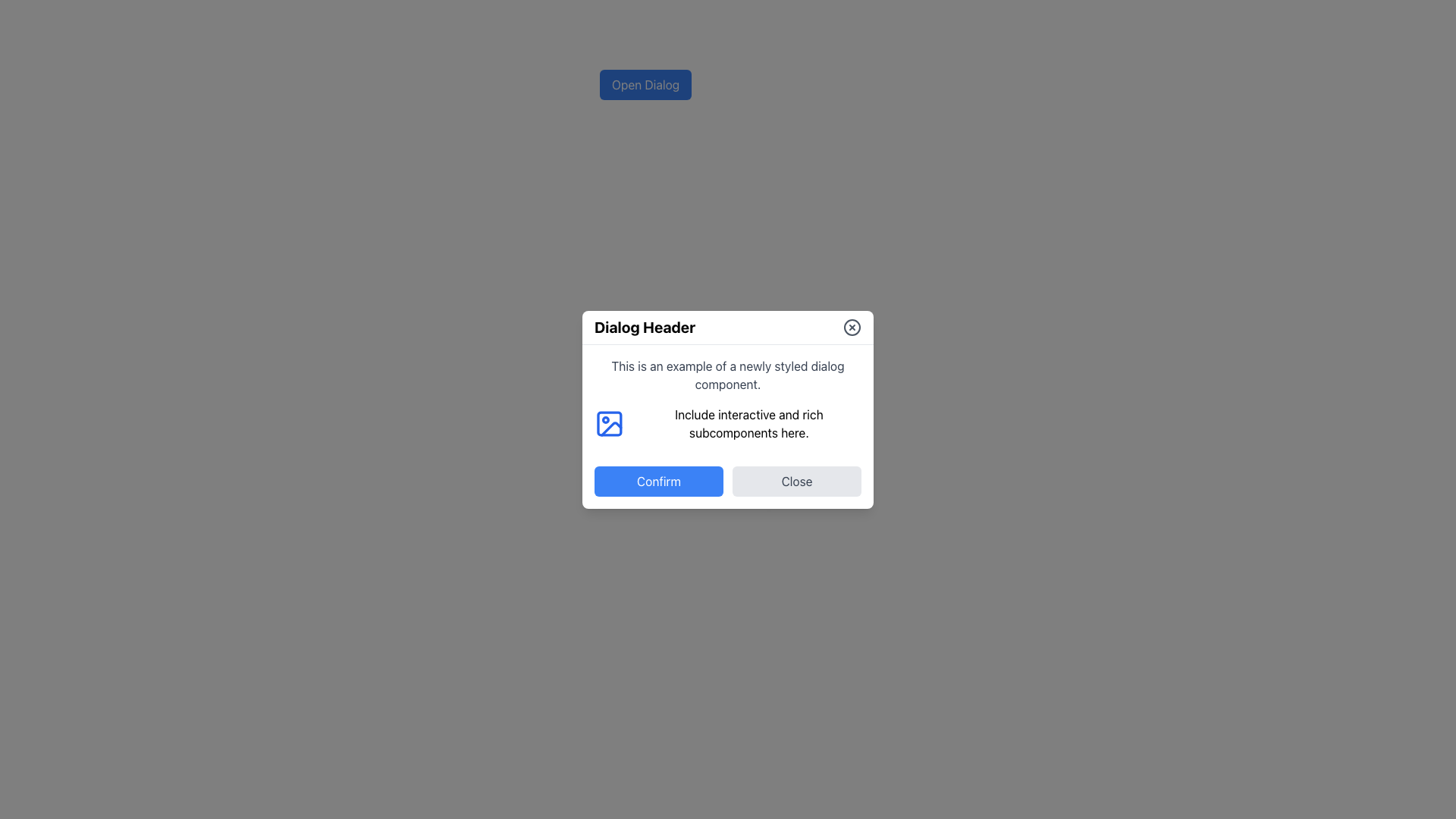 The image size is (1456, 819). Describe the element at coordinates (611, 428) in the screenshot. I see `the graphical icon representing a slanted line with intersecting points, which is located in the left side of the dialog box, below the header text and above the action buttons` at that location.